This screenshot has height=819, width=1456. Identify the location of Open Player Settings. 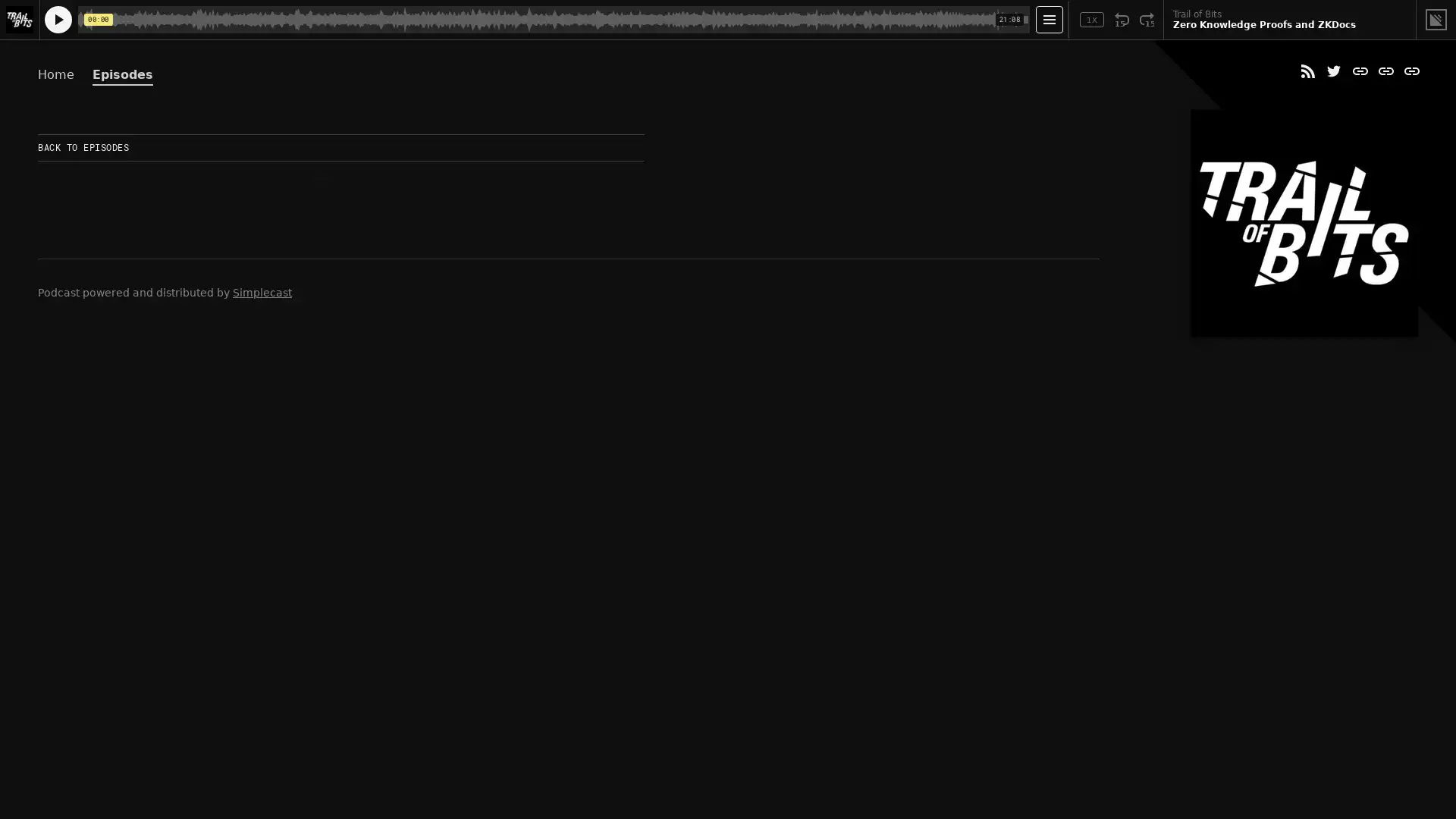
(1048, 20).